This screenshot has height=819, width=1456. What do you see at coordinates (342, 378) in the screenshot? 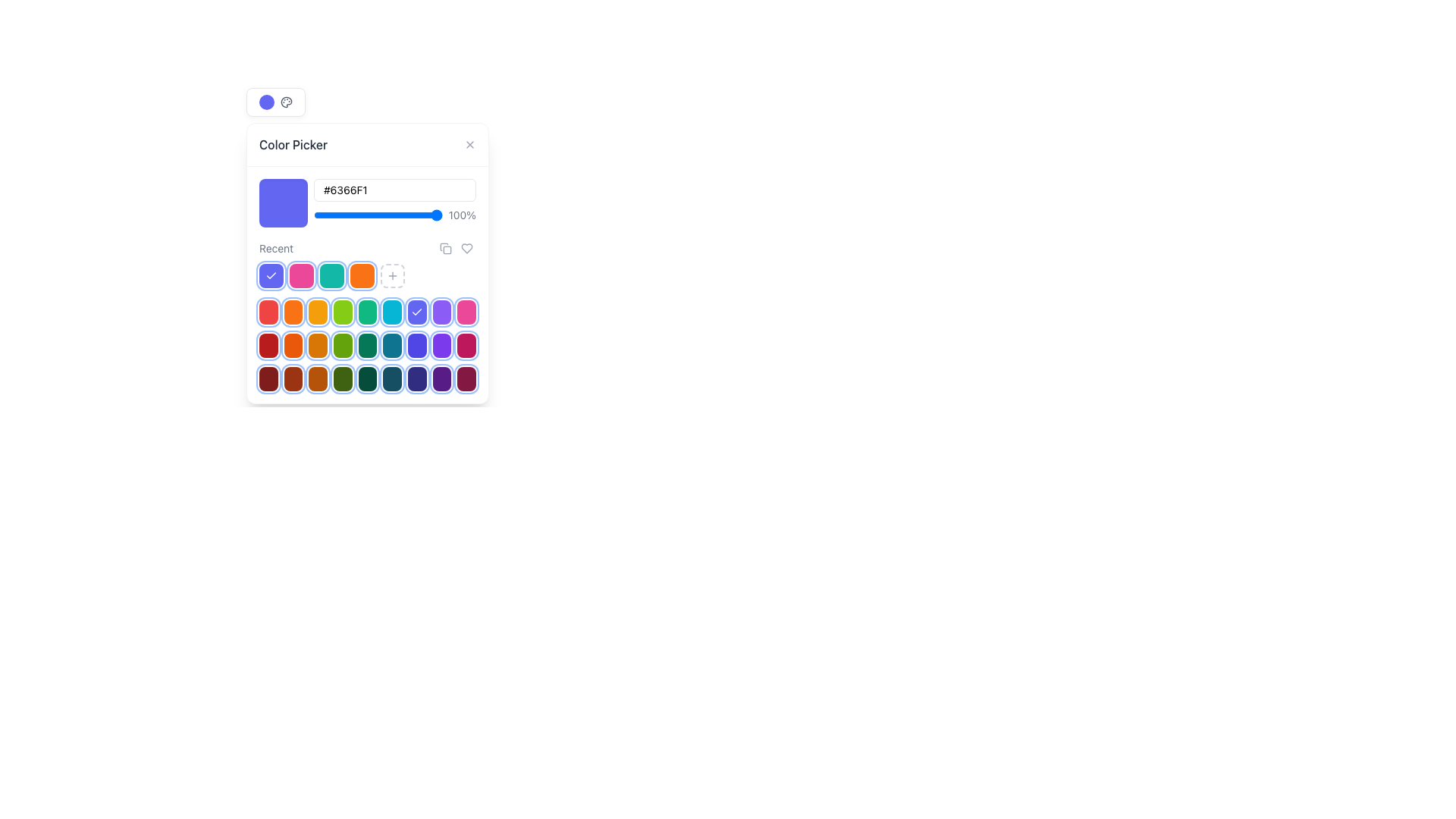
I see `the green square-shaped button with rounded corners and a distinct border ring, located in the 'Recent' section` at bounding box center [342, 378].